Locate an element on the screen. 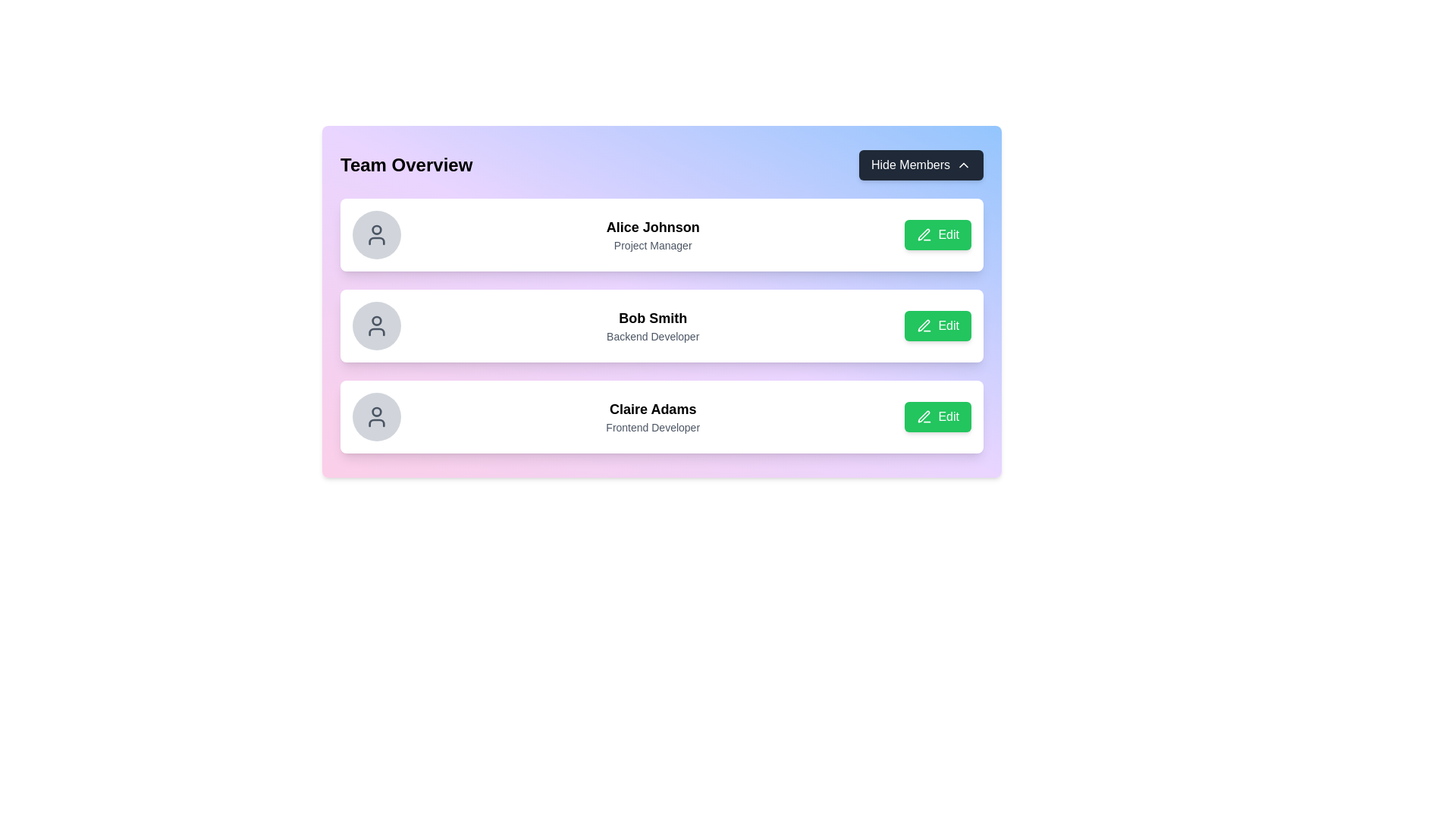 The width and height of the screenshot is (1456, 819). the user profile icon for 'Bob Smith,' which is a minimalist graphical representation with a circular base, located to the left of the textual information is located at coordinates (377, 331).